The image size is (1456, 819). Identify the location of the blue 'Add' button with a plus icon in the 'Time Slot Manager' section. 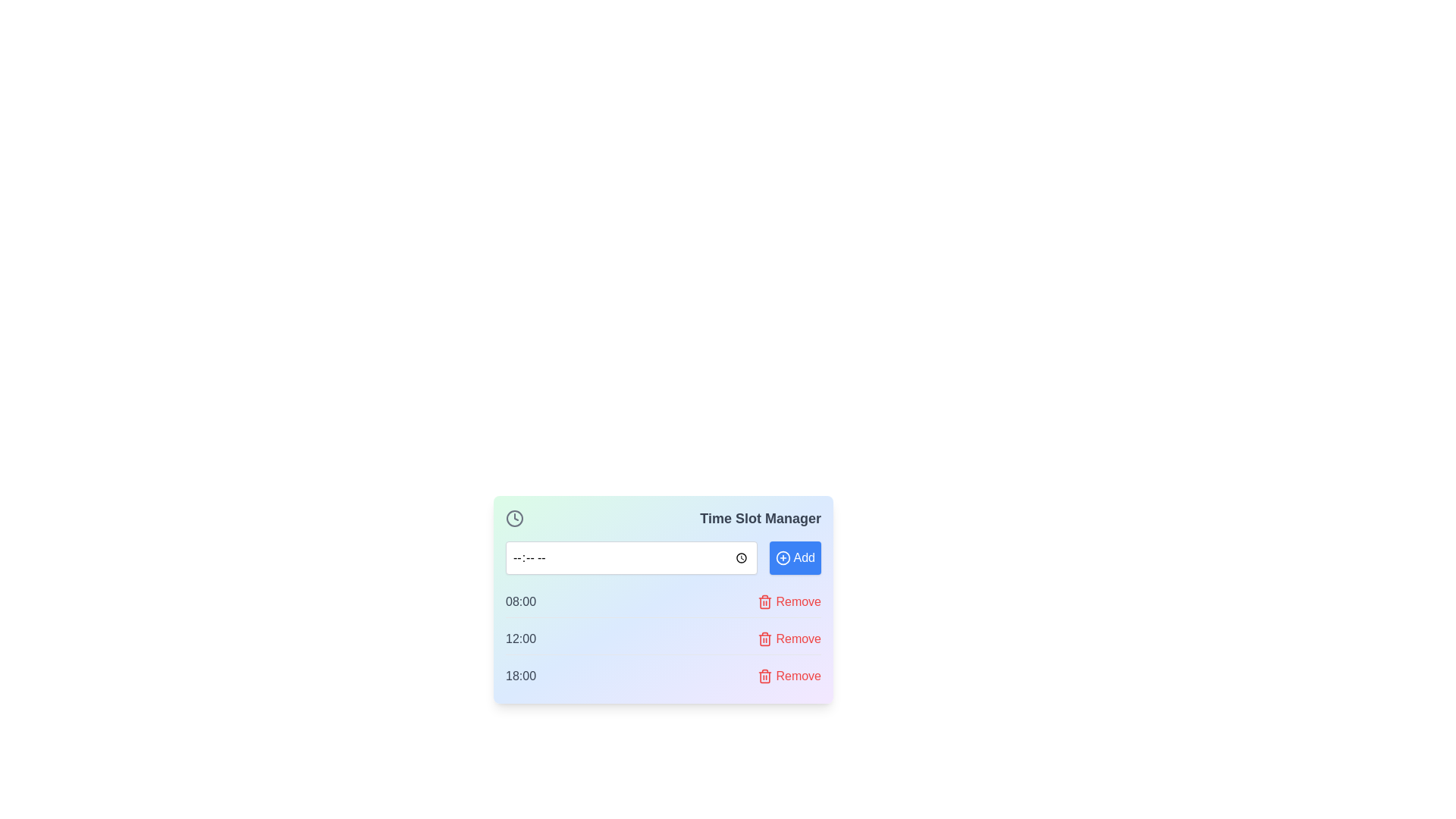
(794, 558).